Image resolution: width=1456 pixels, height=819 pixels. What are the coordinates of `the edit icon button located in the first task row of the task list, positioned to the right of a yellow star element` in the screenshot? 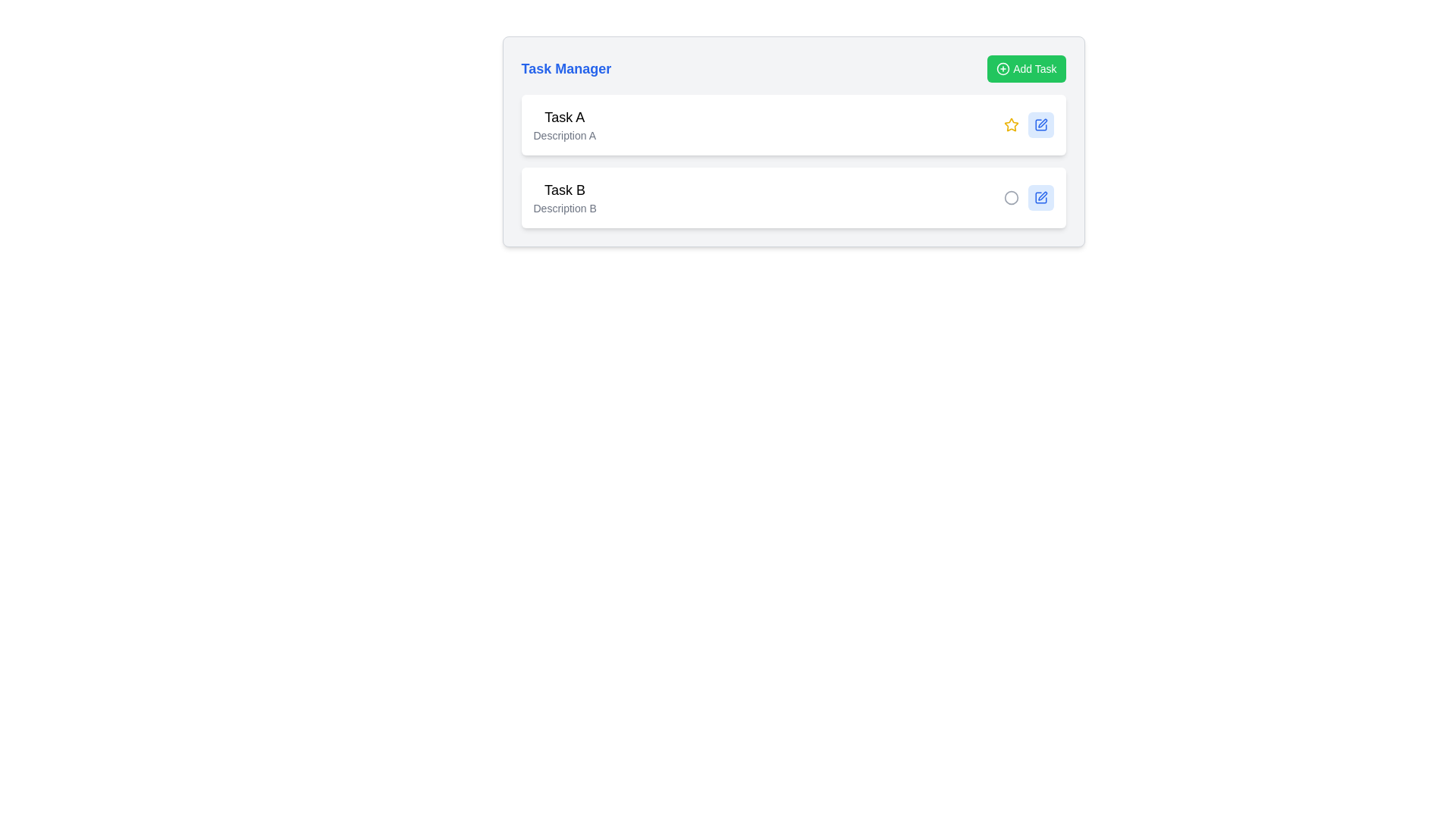 It's located at (1040, 124).